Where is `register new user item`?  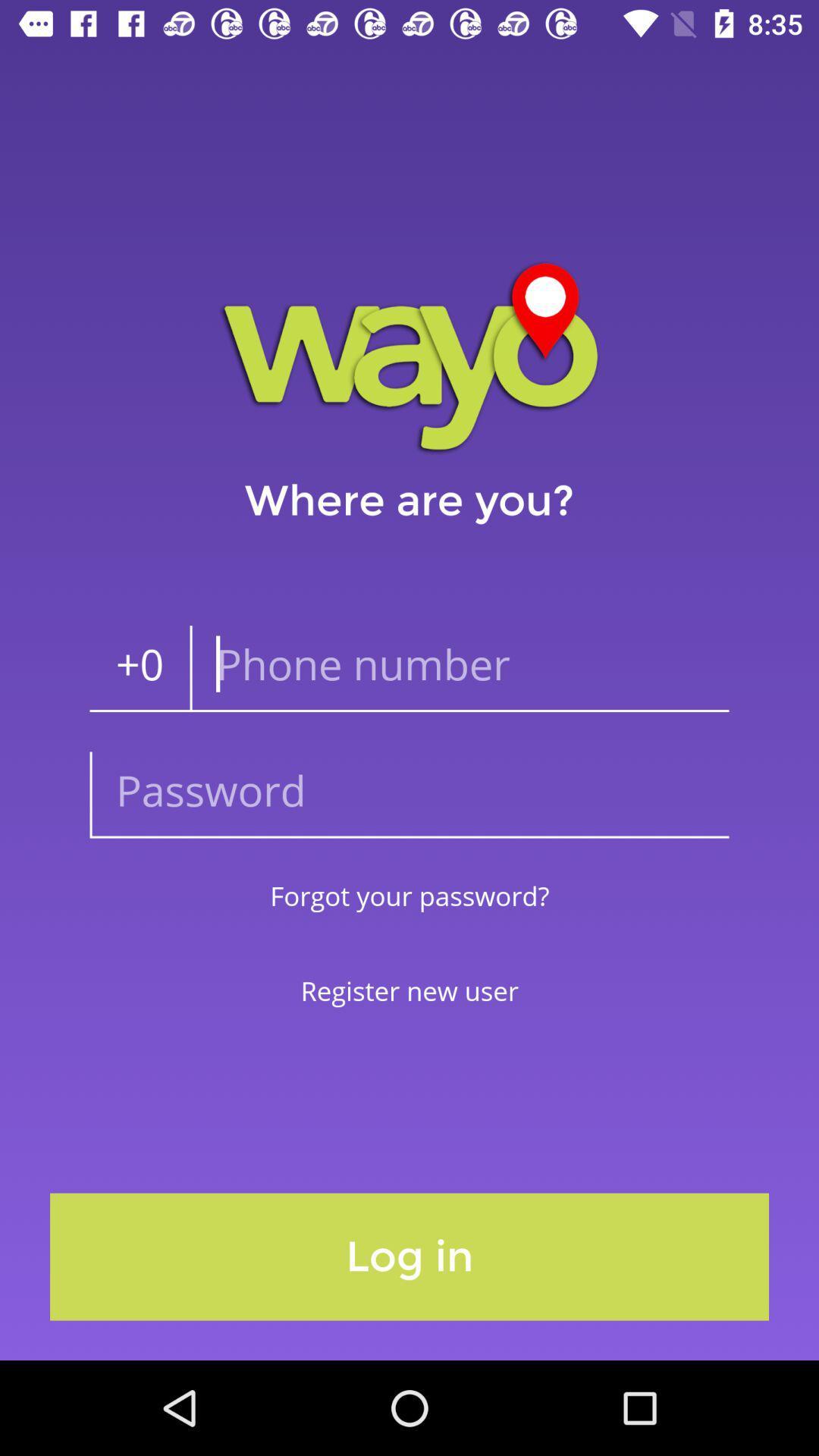 register new user item is located at coordinates (409, 990).